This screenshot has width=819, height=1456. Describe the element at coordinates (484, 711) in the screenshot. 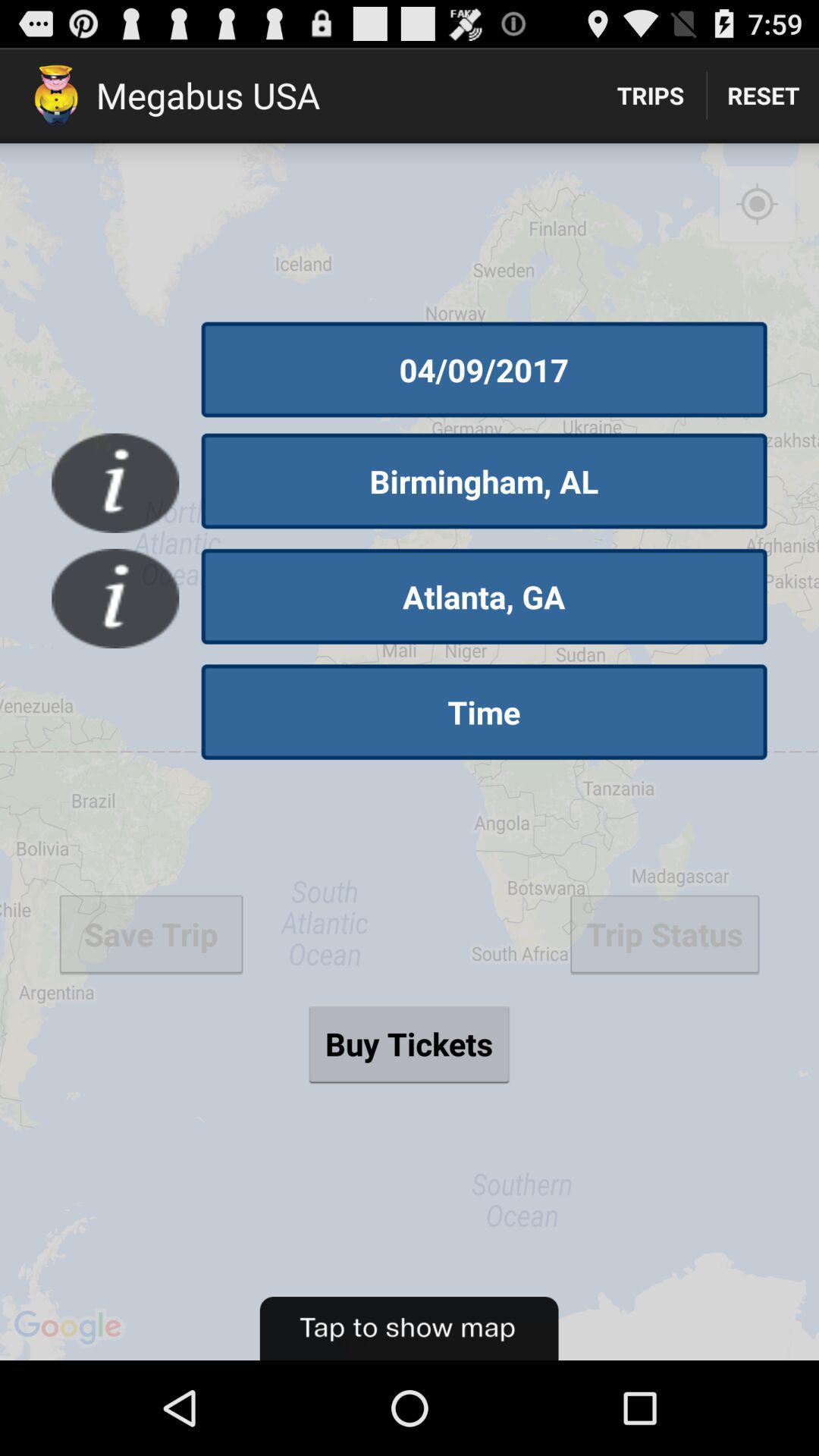

I see `the button above the save trip` at that location.